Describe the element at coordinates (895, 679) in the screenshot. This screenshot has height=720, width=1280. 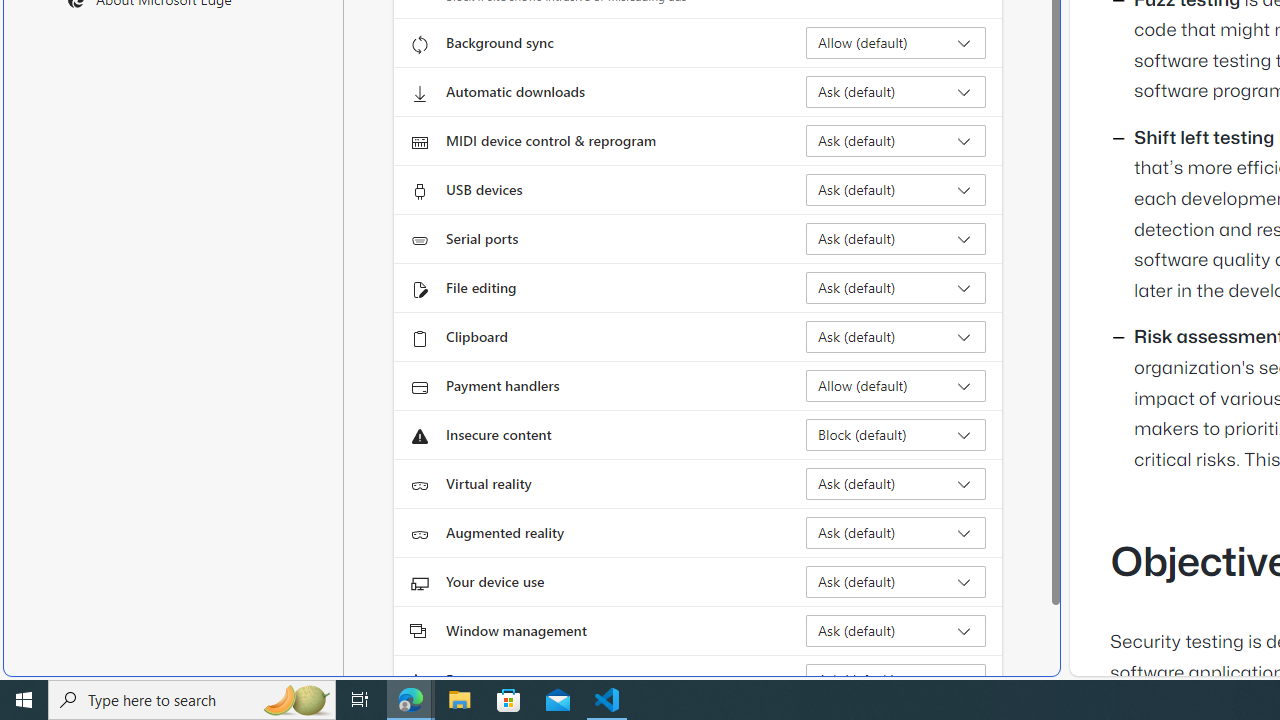
I see `'Fonts Ask (default)'` at that location.